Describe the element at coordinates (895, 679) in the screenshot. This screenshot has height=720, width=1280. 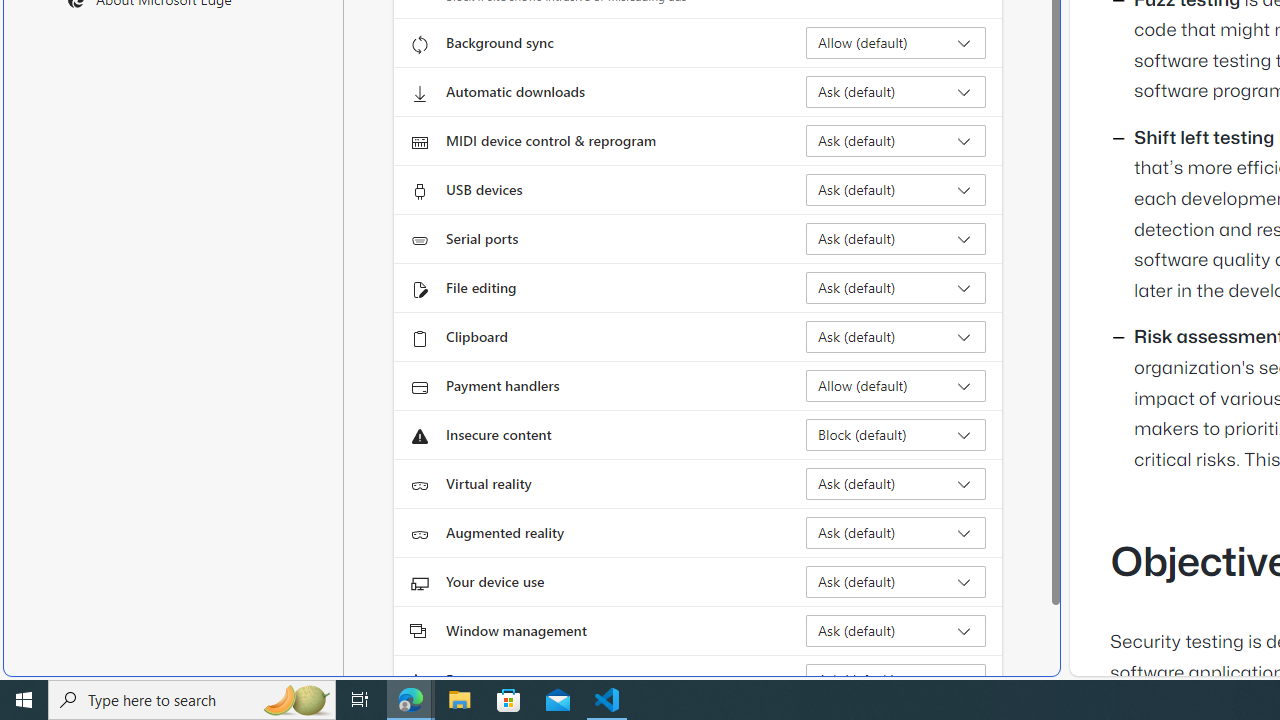
I see `'Fonts Ask (default)'` at that location.